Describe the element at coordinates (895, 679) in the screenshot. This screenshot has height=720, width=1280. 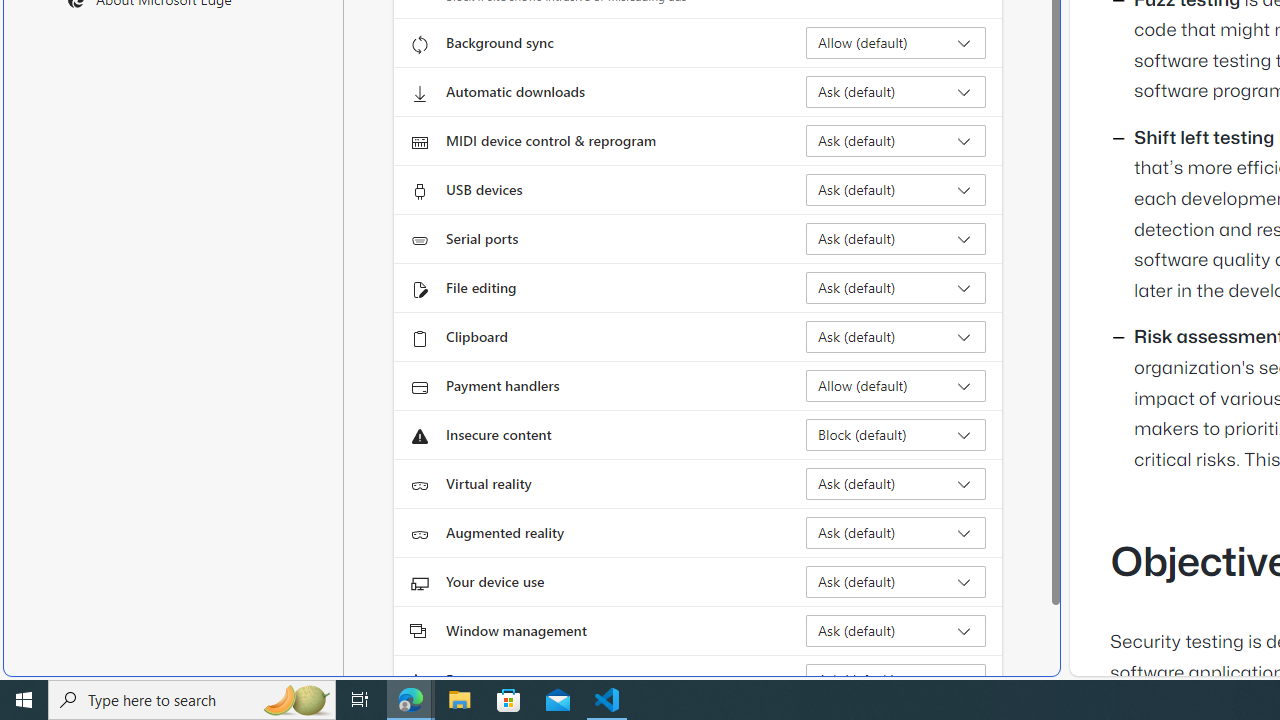
I see `'Fonts Ask (default)'` at that location.